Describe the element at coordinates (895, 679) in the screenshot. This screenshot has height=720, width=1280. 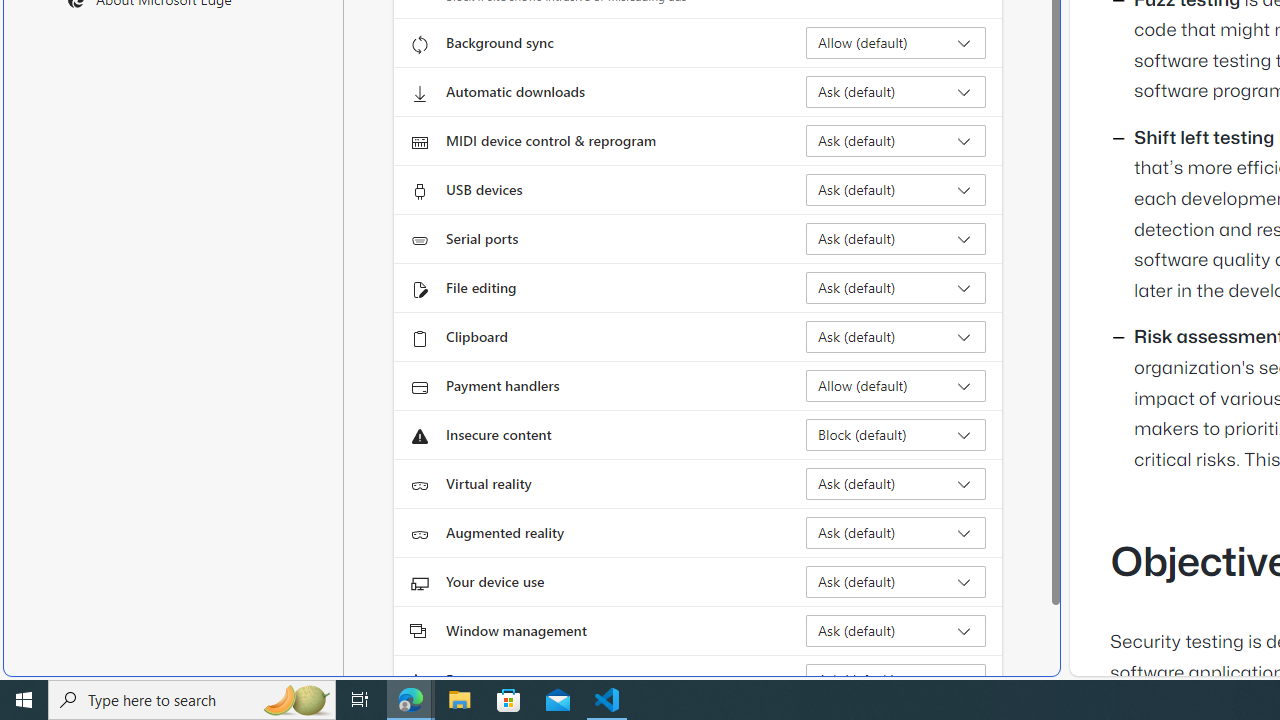
I see `'Fonts Ask (default)'` at that location.